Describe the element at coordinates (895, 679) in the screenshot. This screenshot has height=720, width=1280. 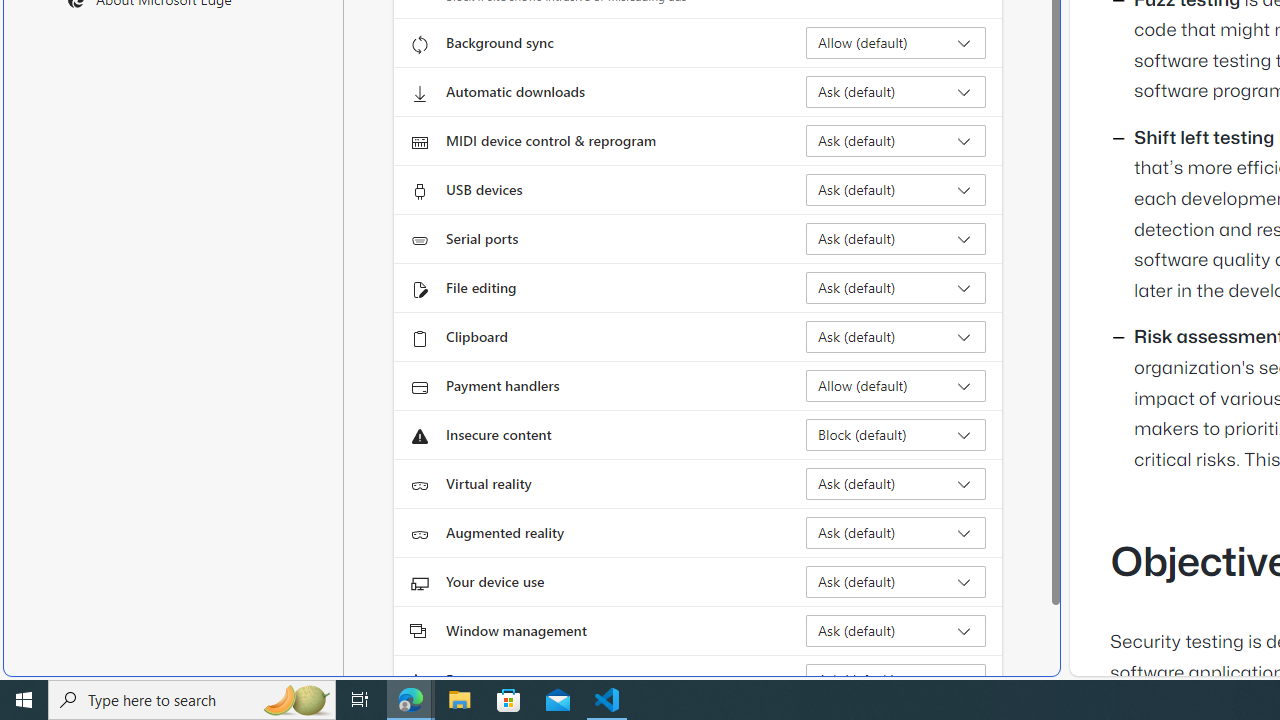
I see `'Fonts Ask (default)'` at that location.